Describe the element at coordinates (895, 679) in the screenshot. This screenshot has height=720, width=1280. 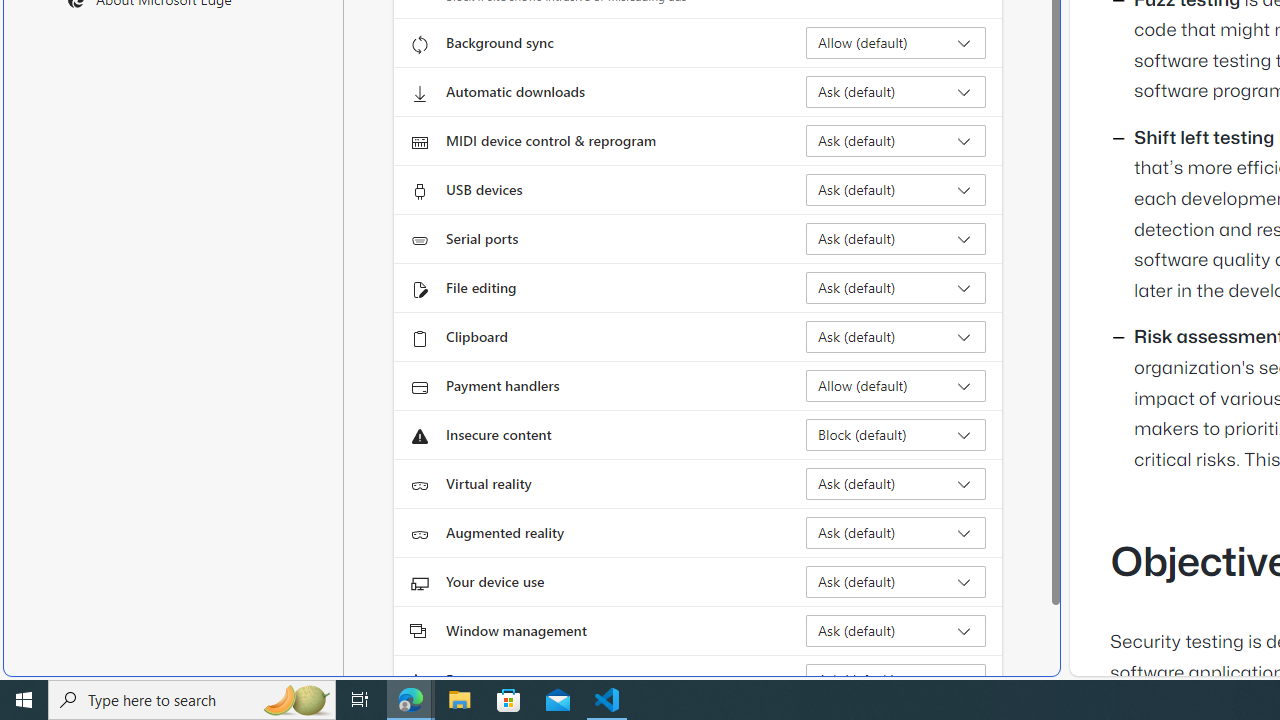
I see `'Fonts Ask (default)'` at that location.